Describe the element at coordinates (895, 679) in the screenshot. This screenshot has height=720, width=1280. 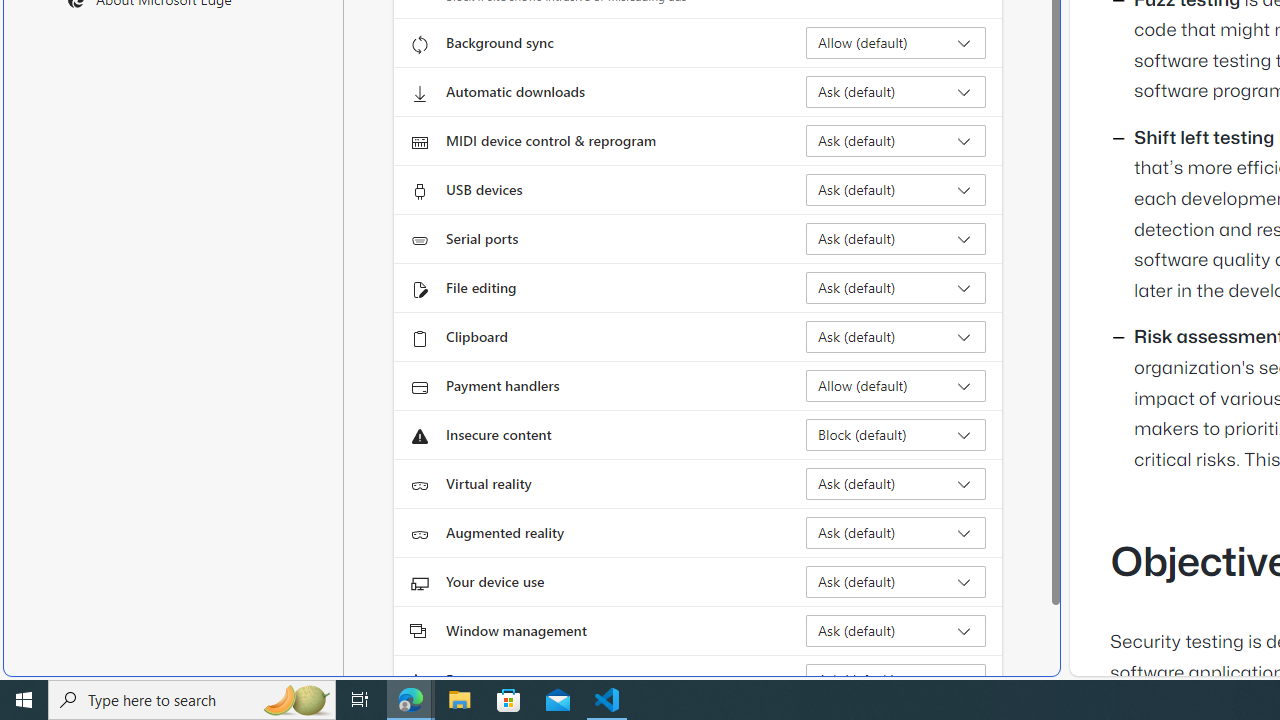
I see `'Fonts Ask (default)'` at that location.